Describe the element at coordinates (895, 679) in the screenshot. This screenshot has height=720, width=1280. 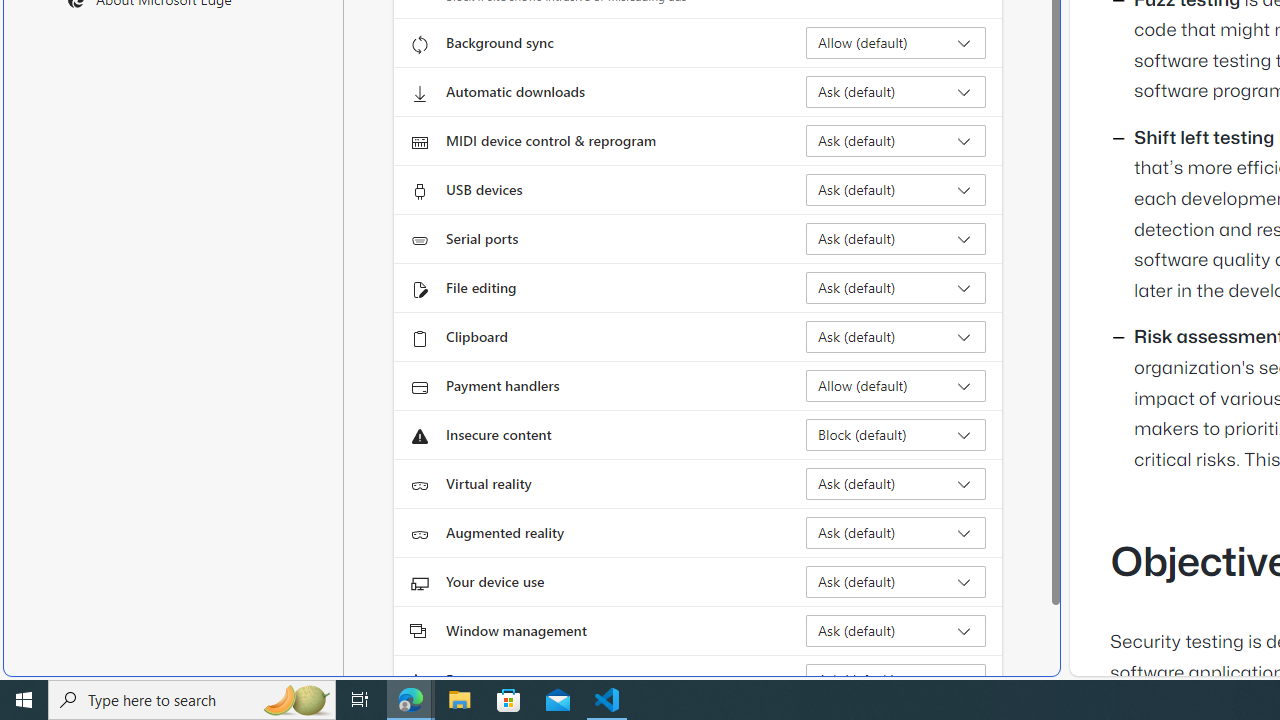
I see `'Fonts Ask (default)'` at that location.